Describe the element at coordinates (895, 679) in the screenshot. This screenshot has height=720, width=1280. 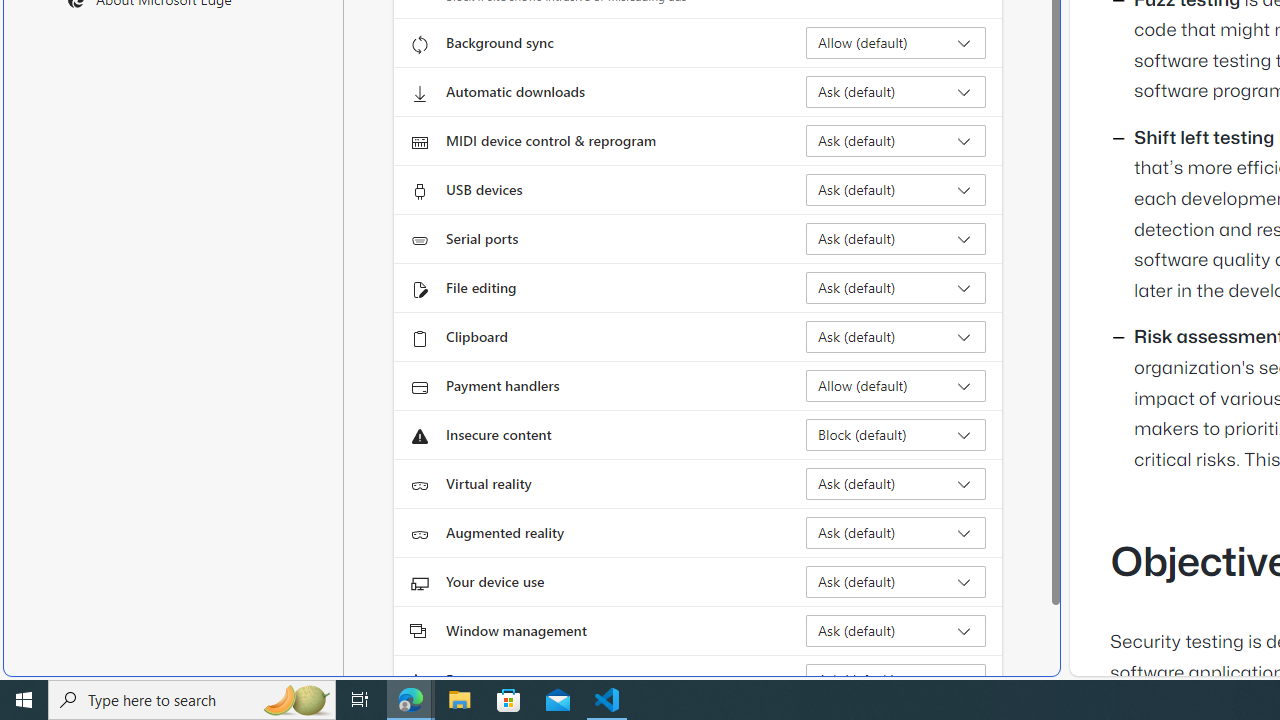
I see `'Fonts Ask (default)'` at that location.